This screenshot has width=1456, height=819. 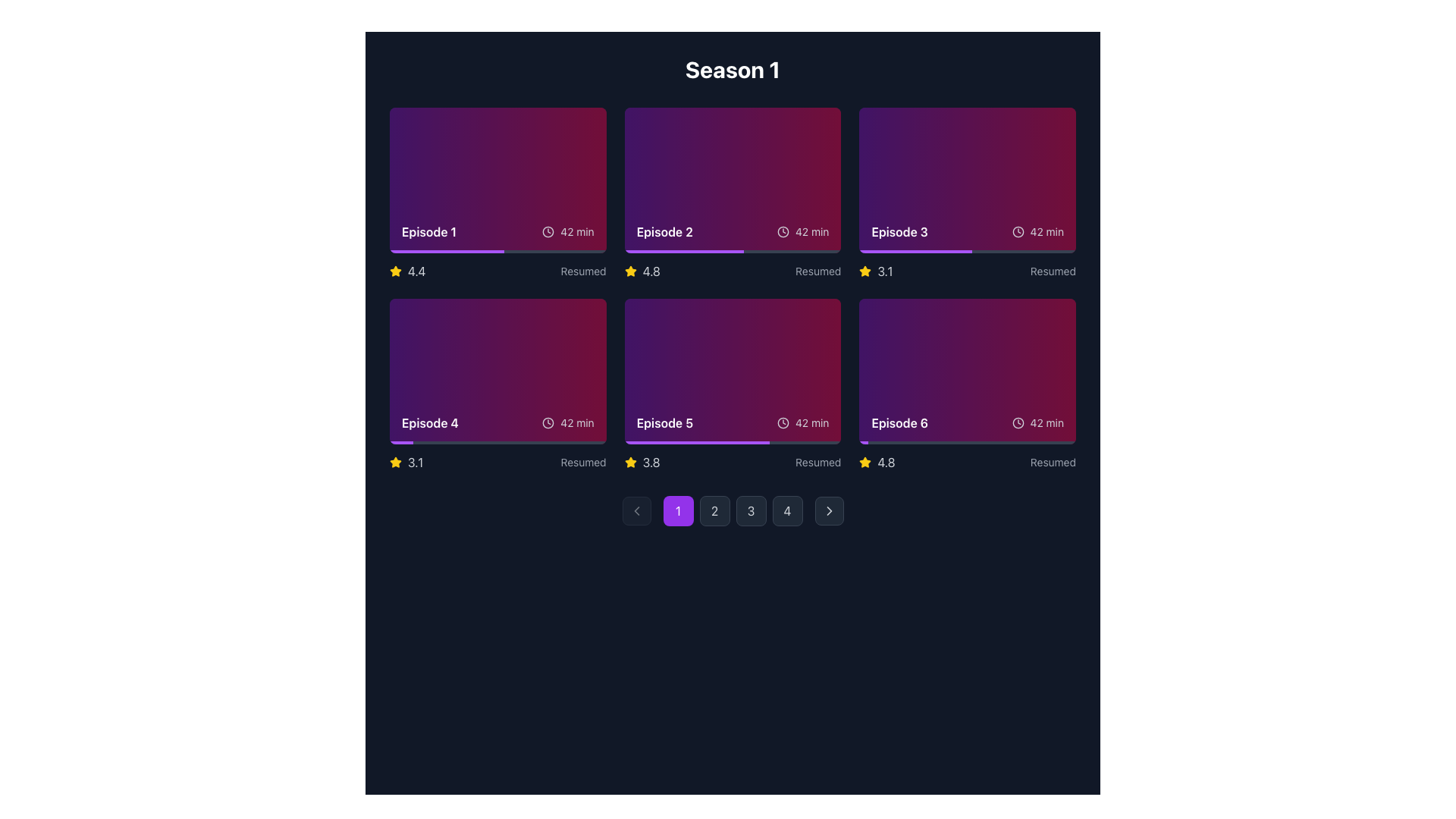 What do you see at coordinates (642, 271) in the screenshot?
I see `the Composite element containing the icon and text label that indicates the rating for the second episode in the grid, located at the bottom-left of the episode card` at bounding box center [642, 271].